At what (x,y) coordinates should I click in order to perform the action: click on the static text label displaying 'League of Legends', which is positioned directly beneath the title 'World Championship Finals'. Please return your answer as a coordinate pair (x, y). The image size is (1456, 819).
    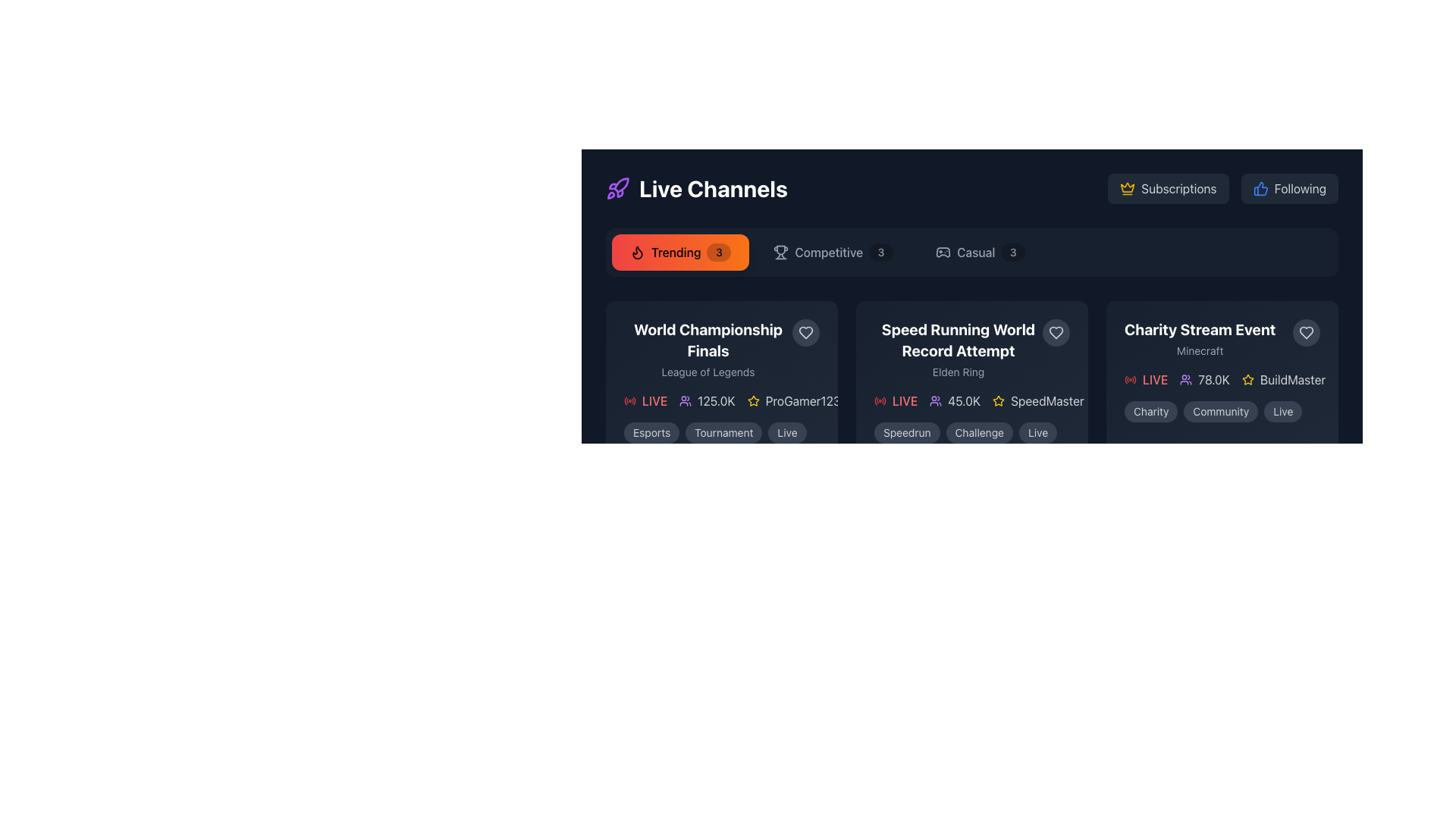
    Looking at the image, I should click on (708, 372).